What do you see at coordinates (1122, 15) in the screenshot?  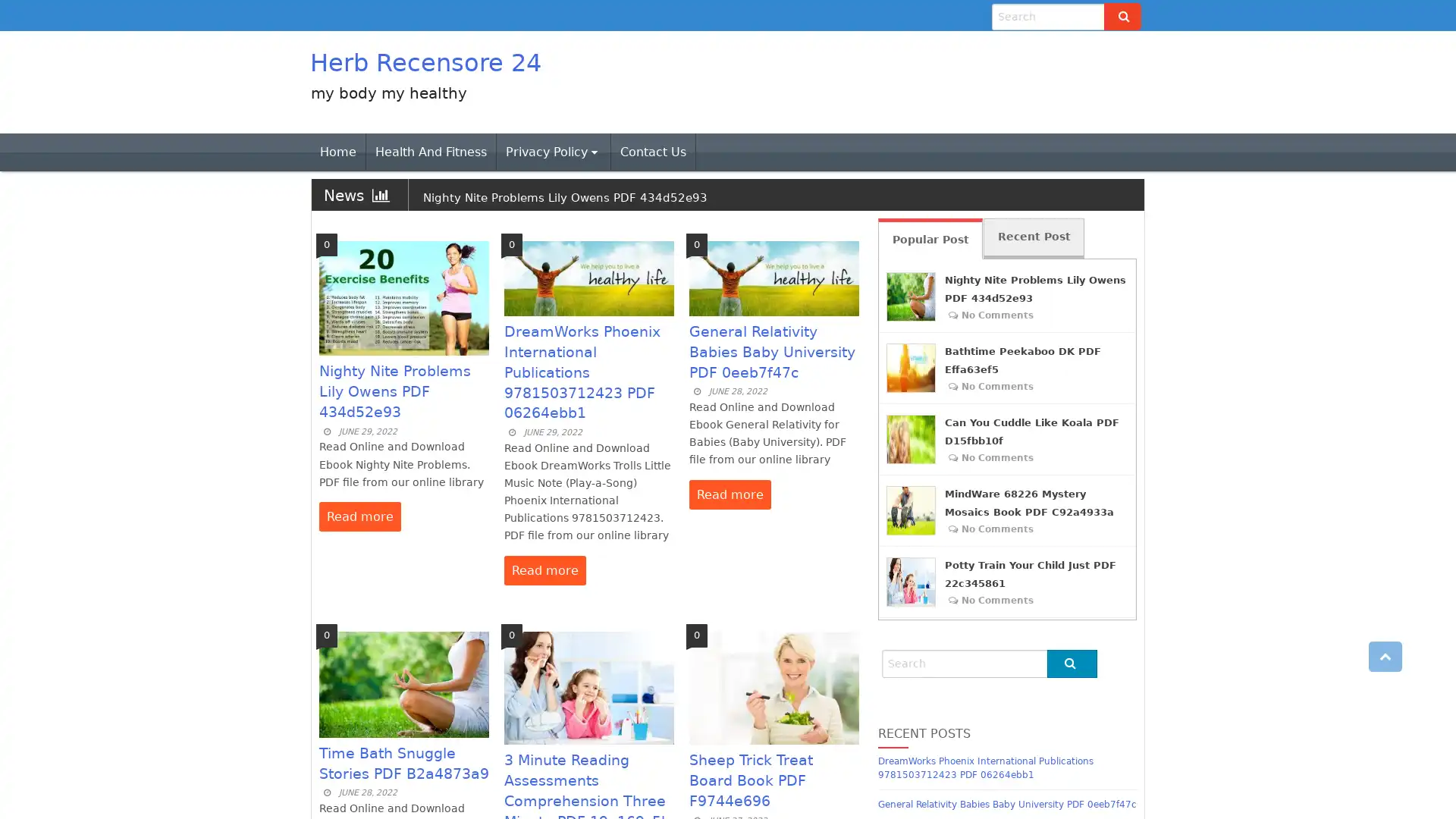 I see `Go` at bounding box center [1122, 15].